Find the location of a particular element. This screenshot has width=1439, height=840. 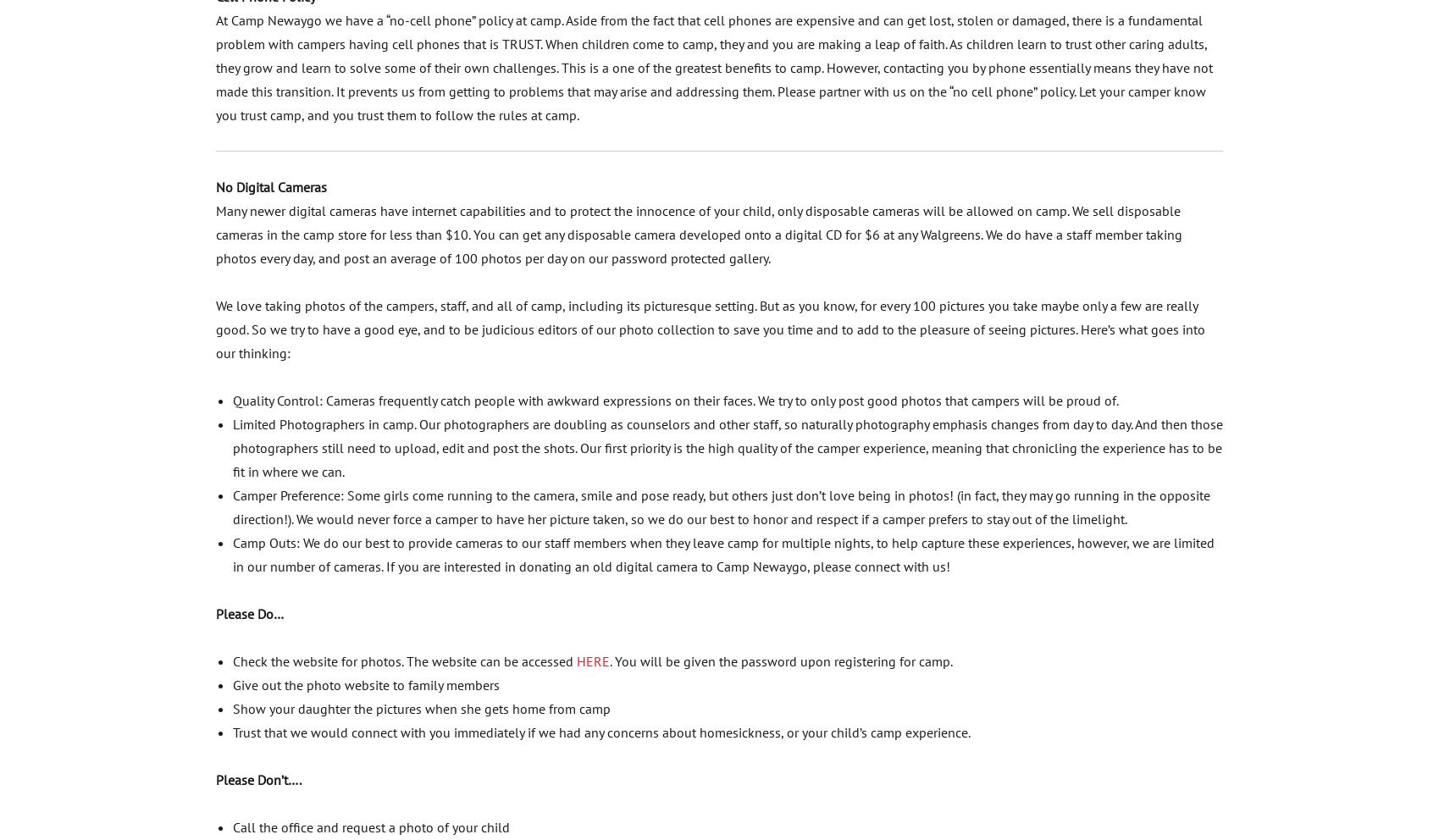

'Call the office and request a photo of your child' is located at coordinates (370, 826).